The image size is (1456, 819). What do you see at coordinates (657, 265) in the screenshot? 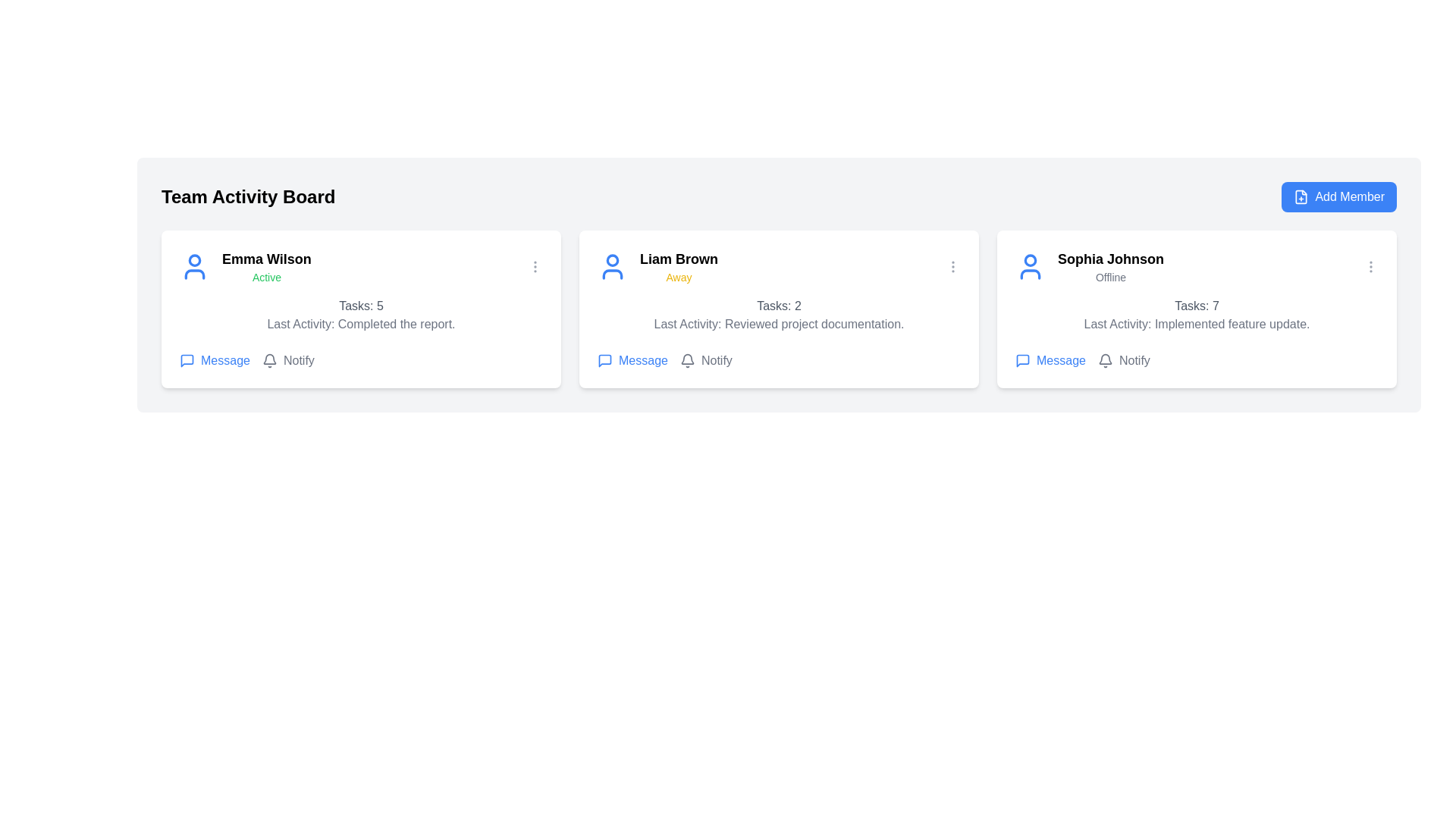
I see `displayed text of the user information section which shows the name 'Liam Brown' and status 'Away'` at bounding box center [657, 265].